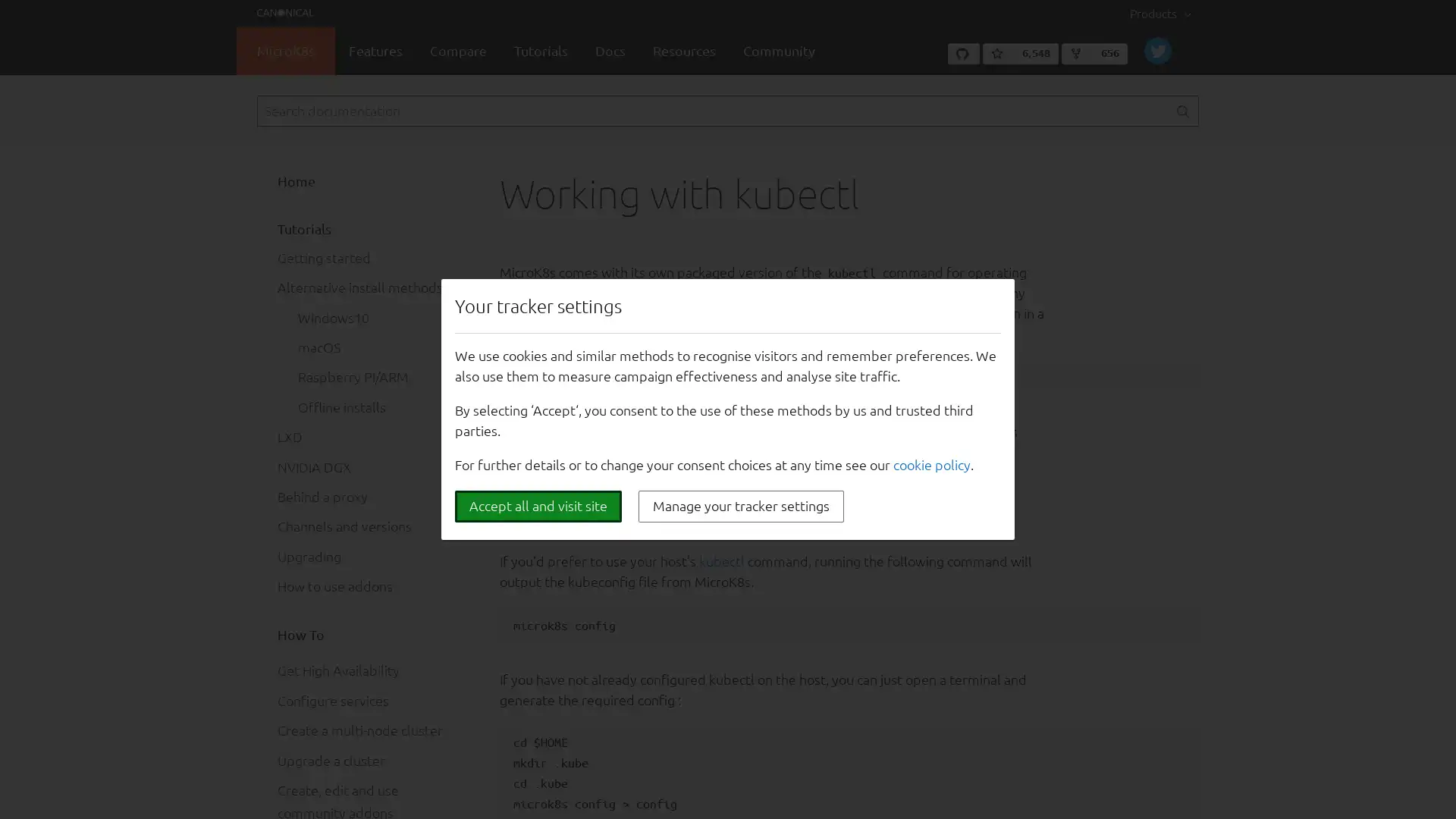 The height and width of the screenshot is (819, 1456). What do you see at coordinates (741, 506) in the screenshot?
I see `Manage your tracker settings` at bounding box center [741, 506].